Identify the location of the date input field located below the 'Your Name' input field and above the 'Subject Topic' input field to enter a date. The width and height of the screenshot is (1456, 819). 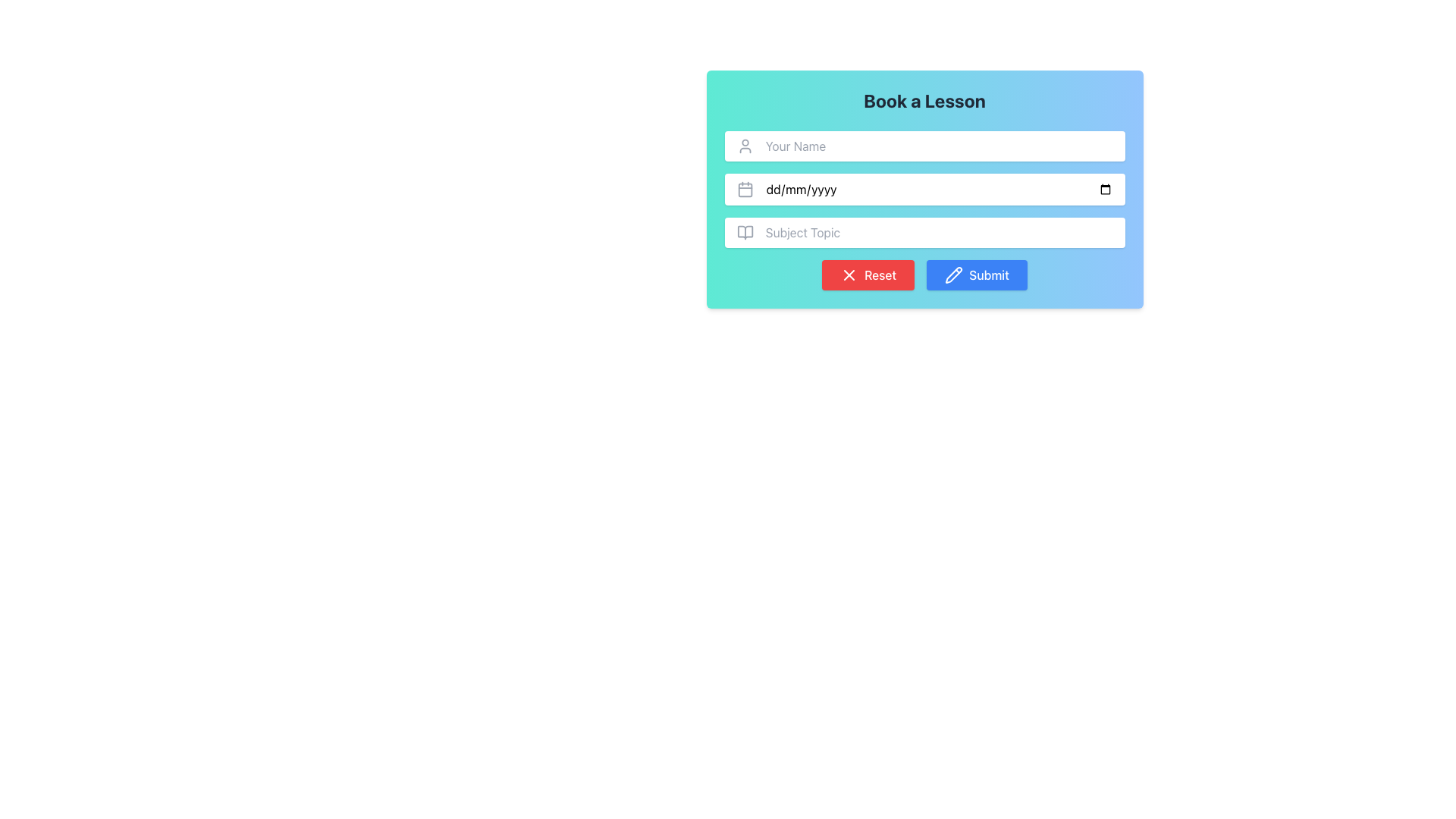
(924, 189).